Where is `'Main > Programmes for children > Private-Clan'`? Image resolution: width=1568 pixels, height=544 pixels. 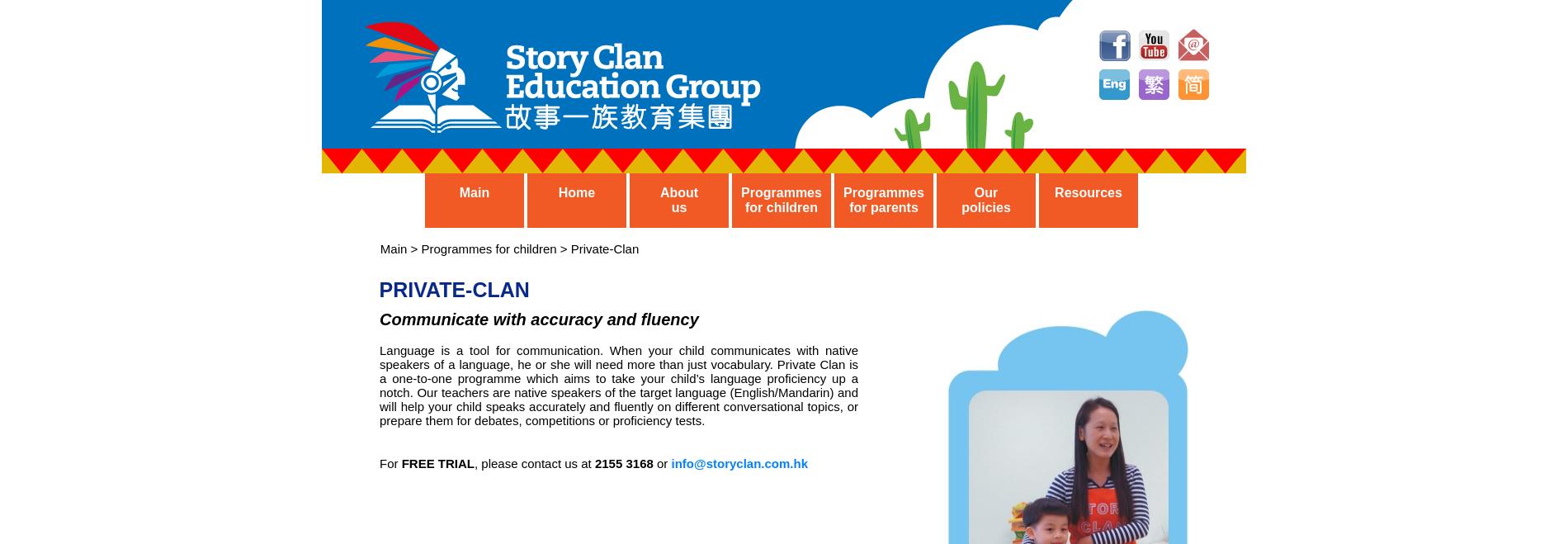
'Main > Programmes for children > Private-Clan' is located at coordinates (479, 247).